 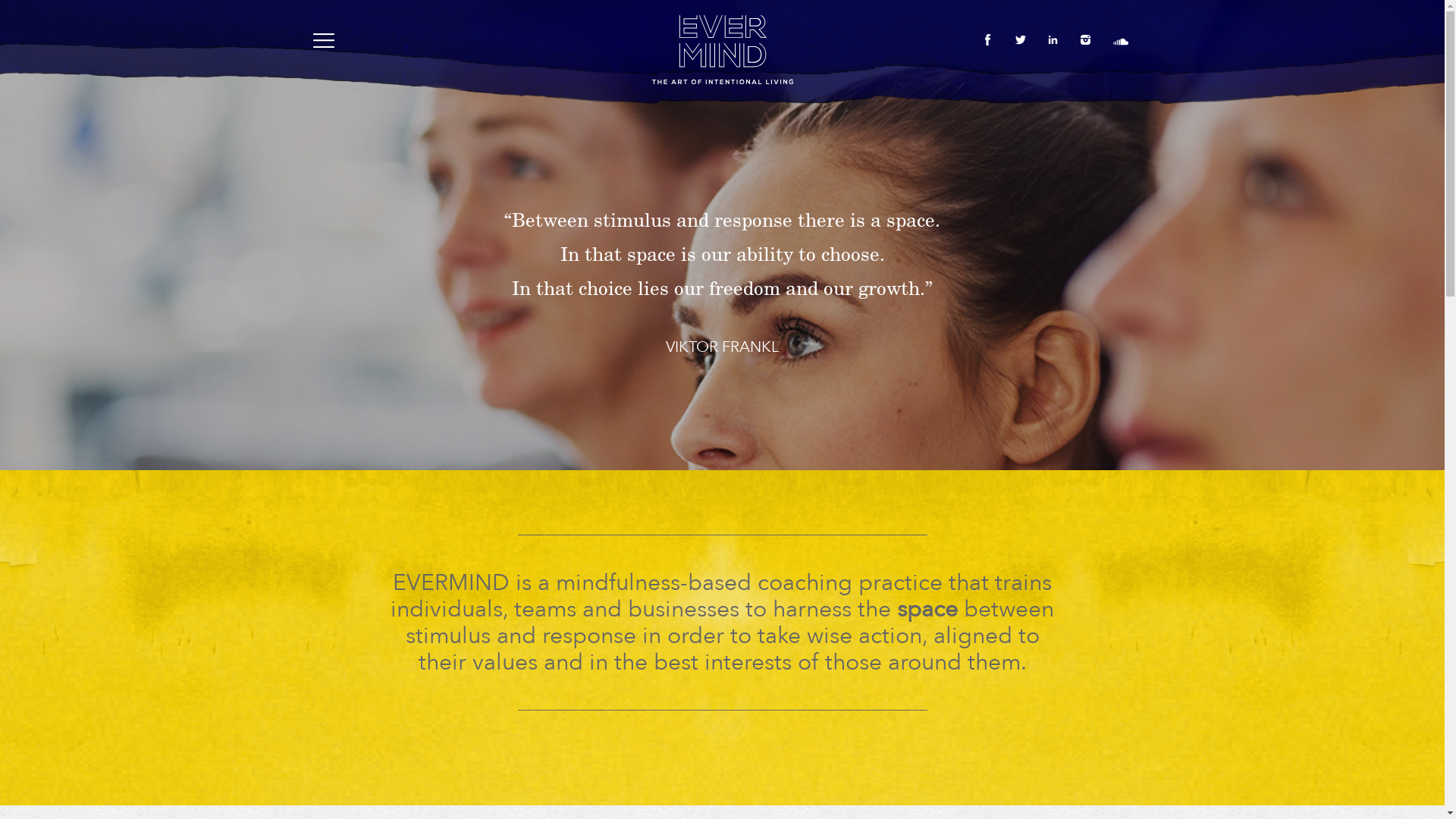 What do you see at coordinates (1024, 39) in the screenshot?
I see `'twitter'` at bounding box center [1024, 39].